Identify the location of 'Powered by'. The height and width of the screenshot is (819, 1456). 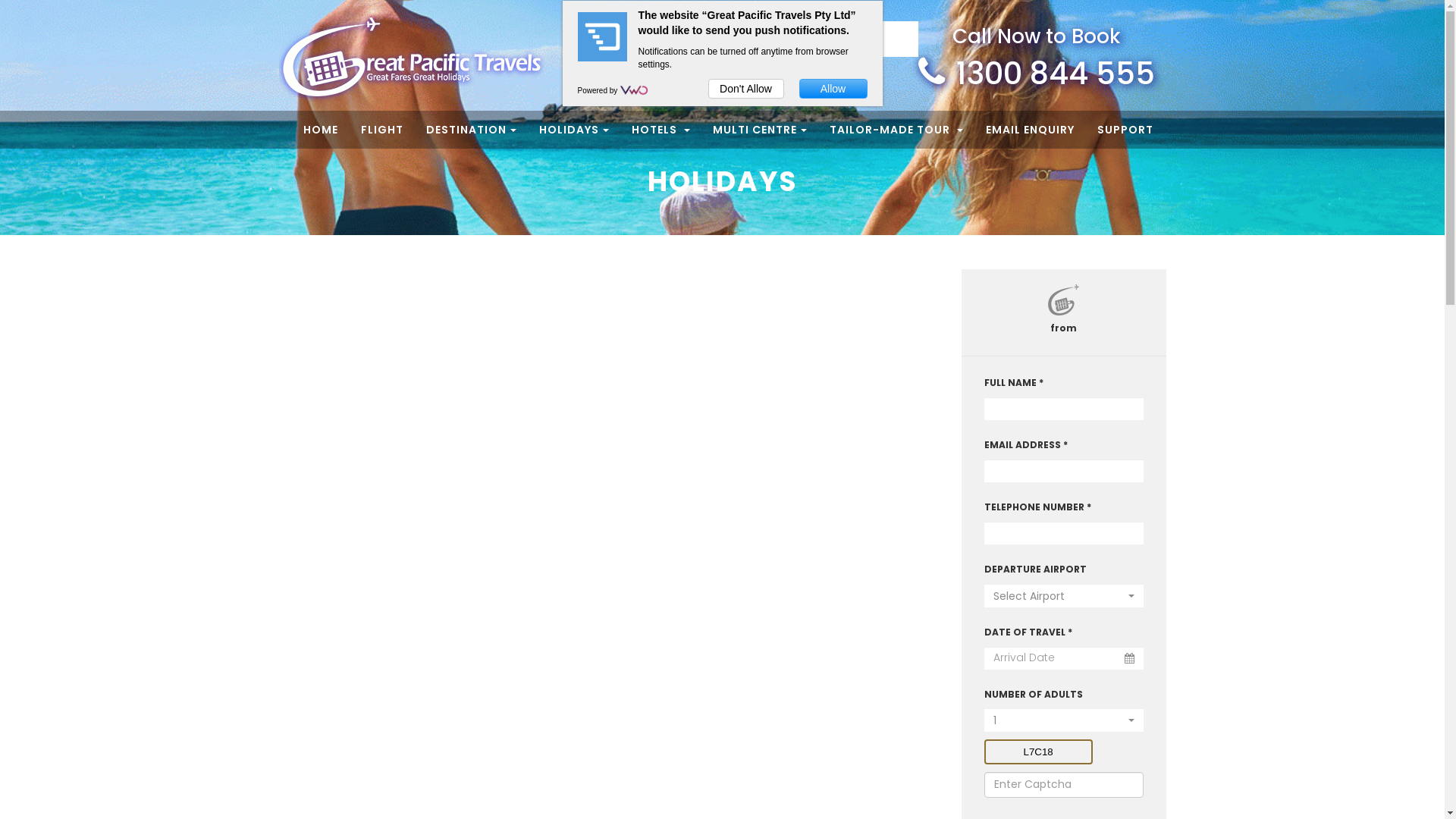
(598, 90).